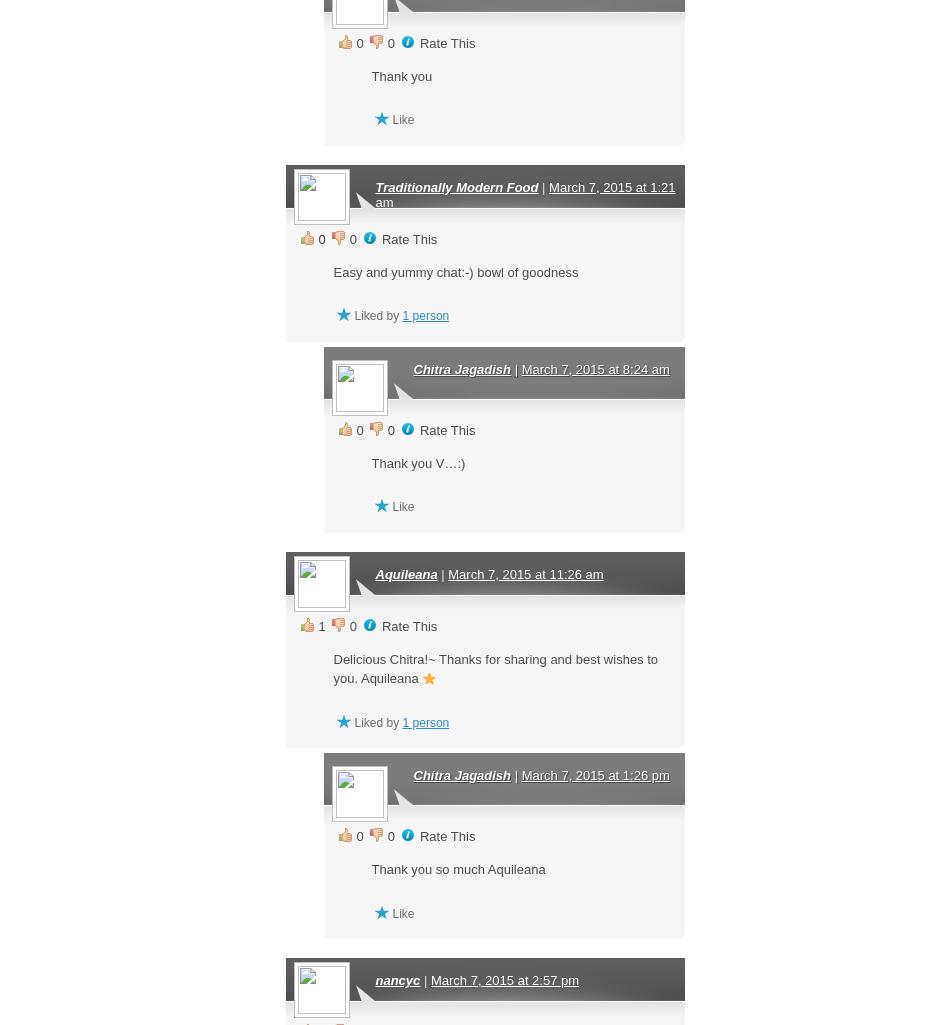 The width and height of the screenshot is (940, 1025). What do you see at coordinates (373, 194) in the screenshot?
I see `'March 7, 2015 at 1:21 am'` at bounding box center [373, 194].